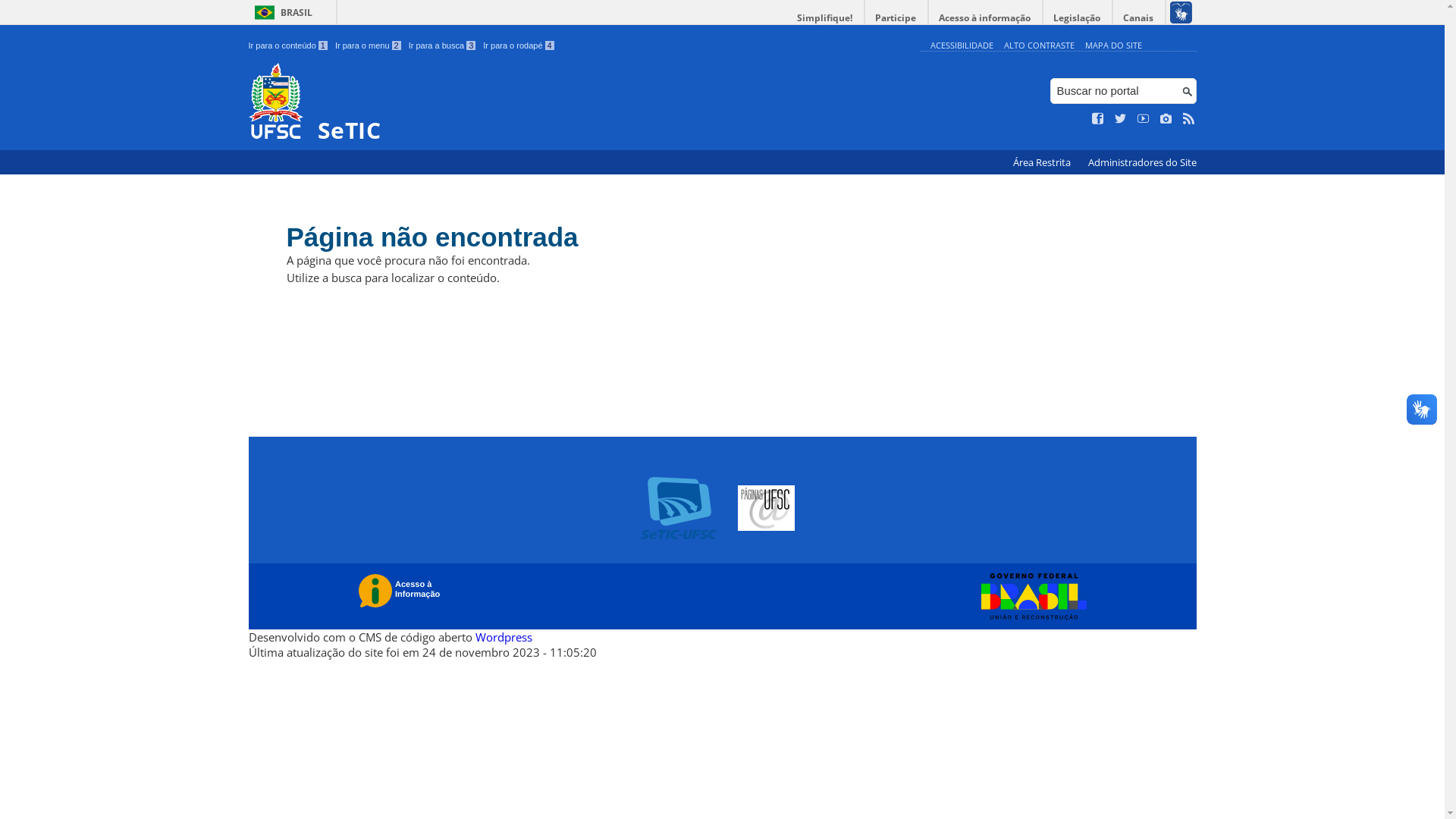 This screenshot has height=819, width=1456. I want to click on 'ALTO CONTRASTE', so click(1004, 44).